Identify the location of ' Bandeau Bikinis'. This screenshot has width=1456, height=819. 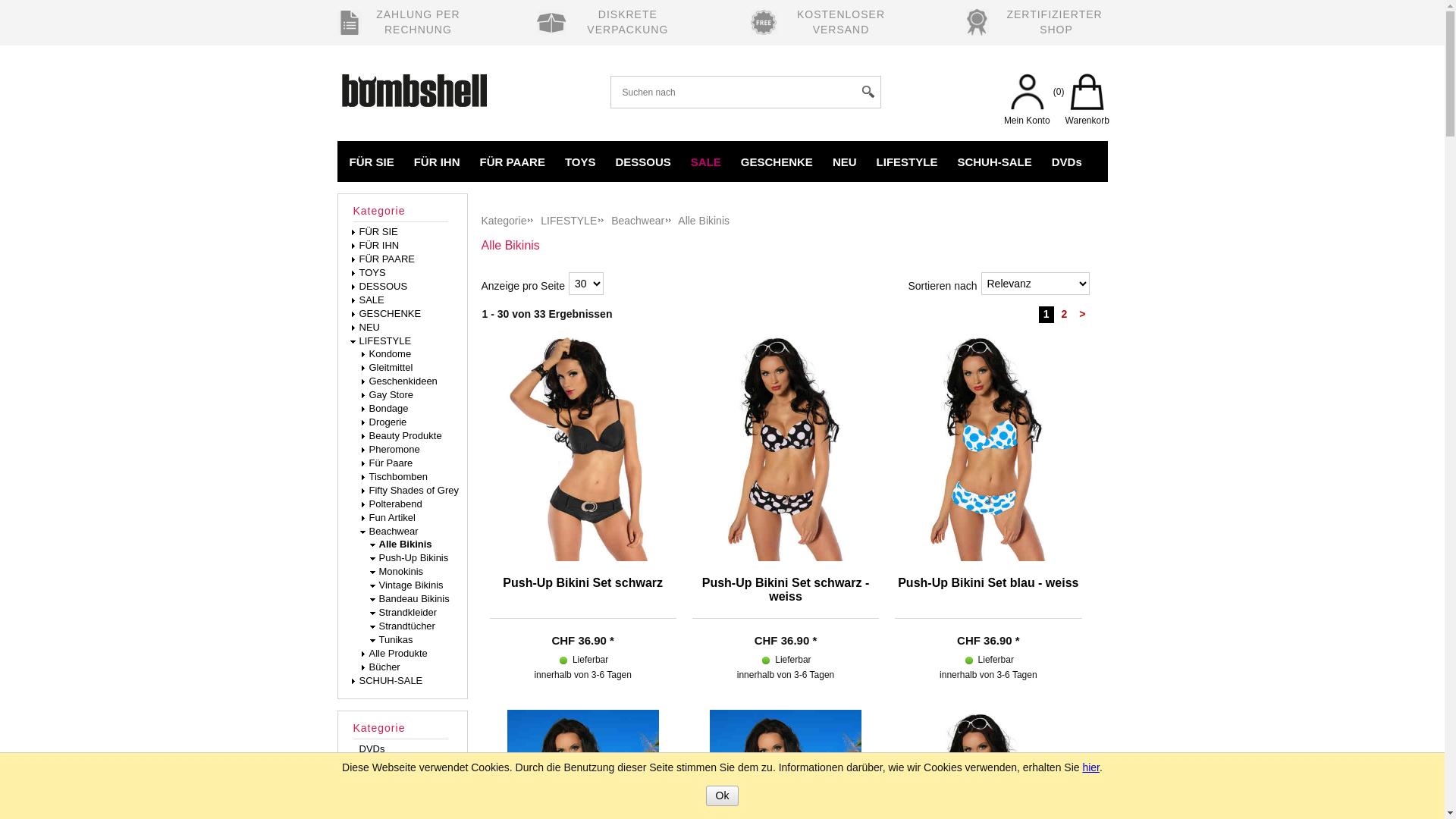
(415, 598).